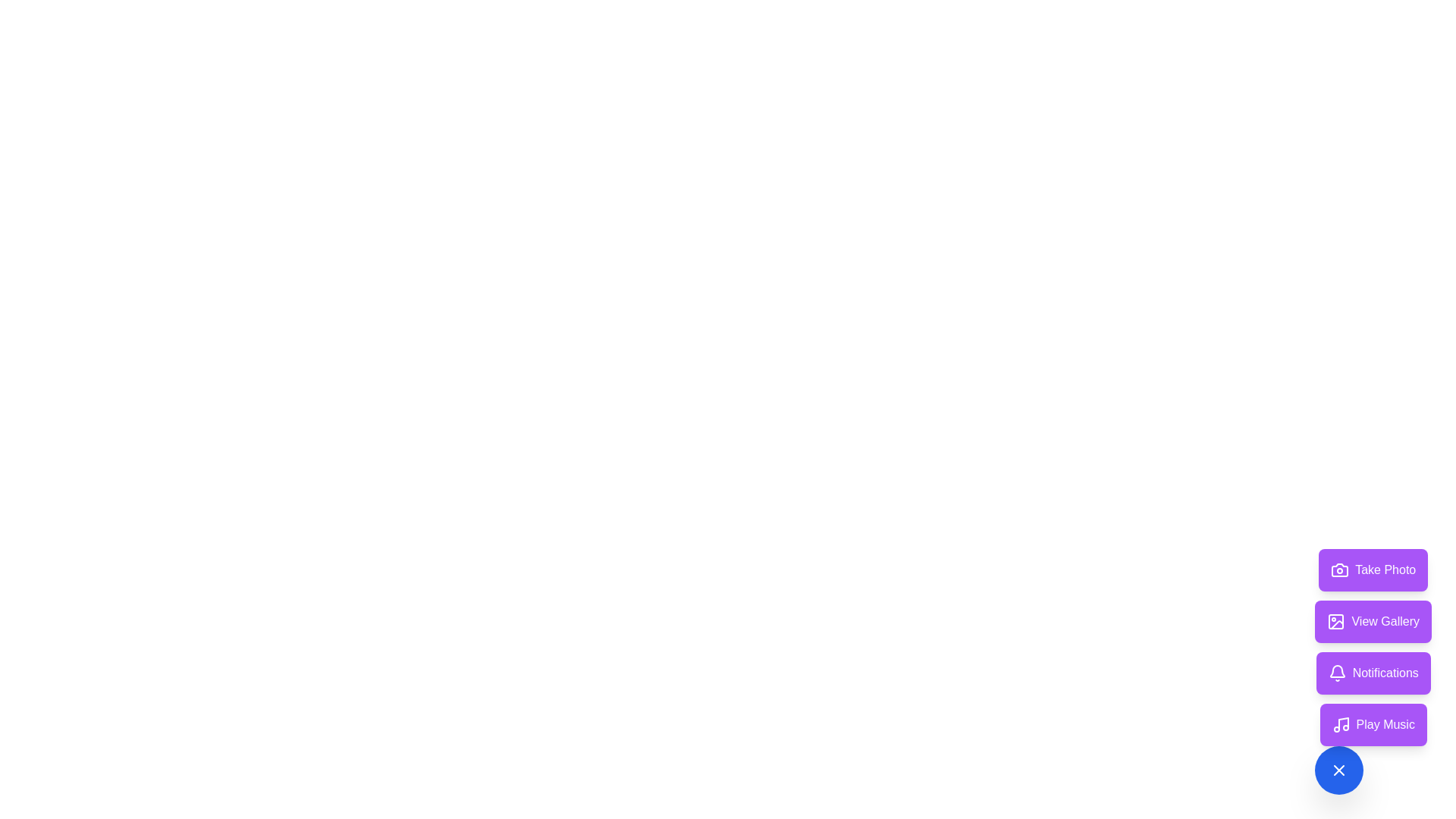 The height and width of the screenshot is (819, 1456). I want to click on the purple rectangular button labeled 'Take Photo' to change its color, so click(1373, 570).